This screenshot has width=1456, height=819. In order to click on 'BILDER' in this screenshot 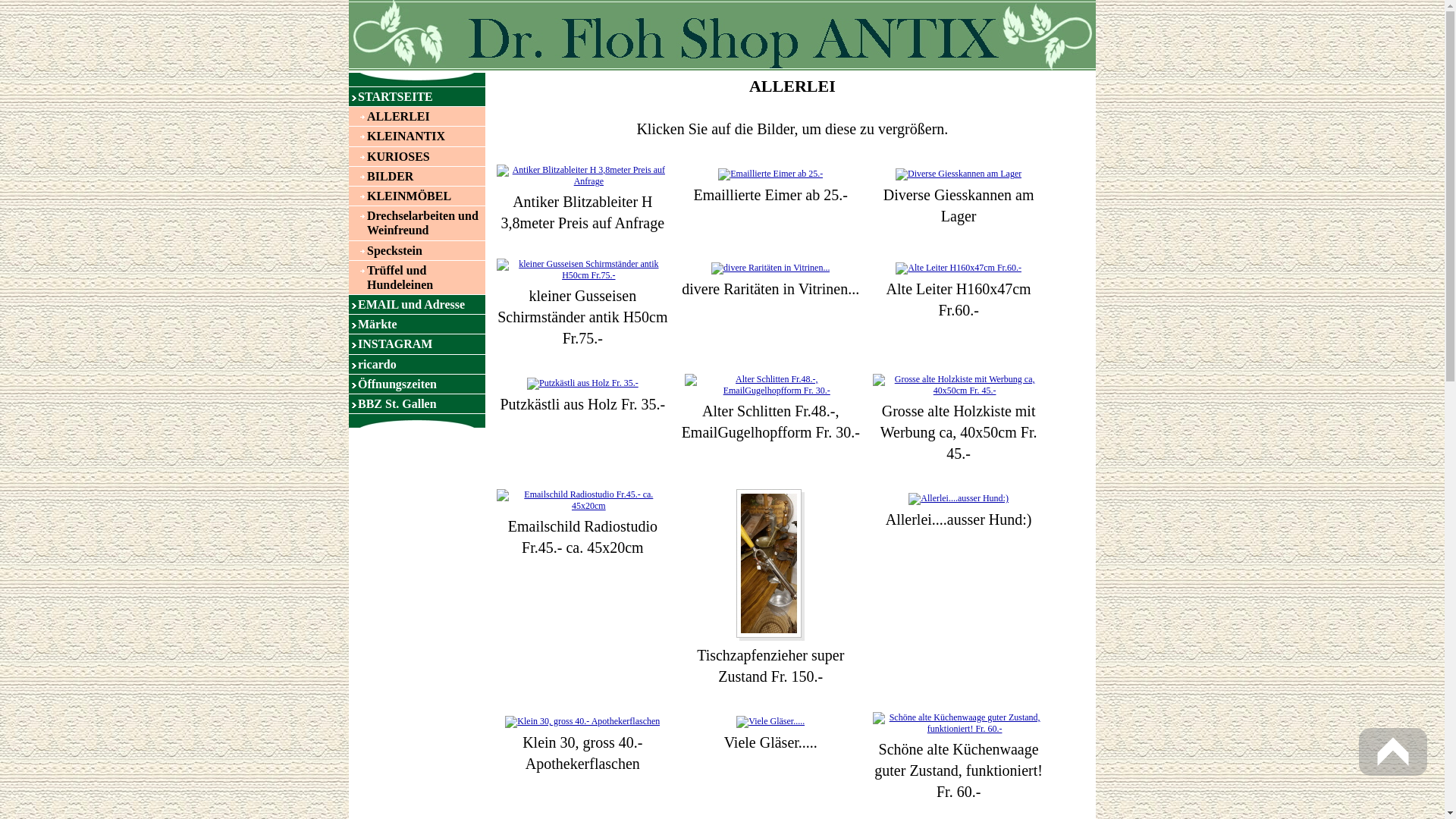, I will do `click(417, 175)`.